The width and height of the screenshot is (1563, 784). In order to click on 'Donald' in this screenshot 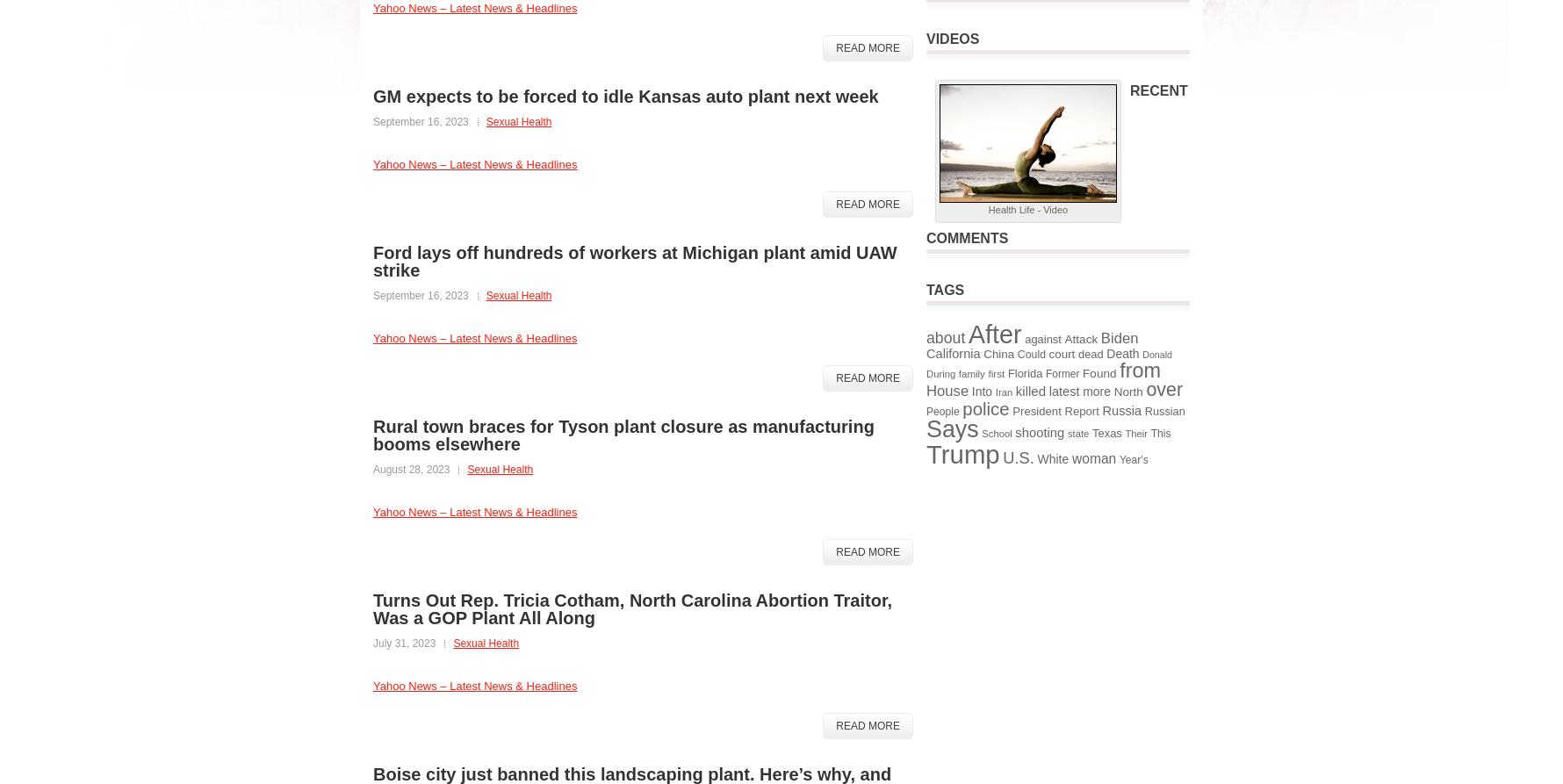, I will do `click(1156, 354)`.